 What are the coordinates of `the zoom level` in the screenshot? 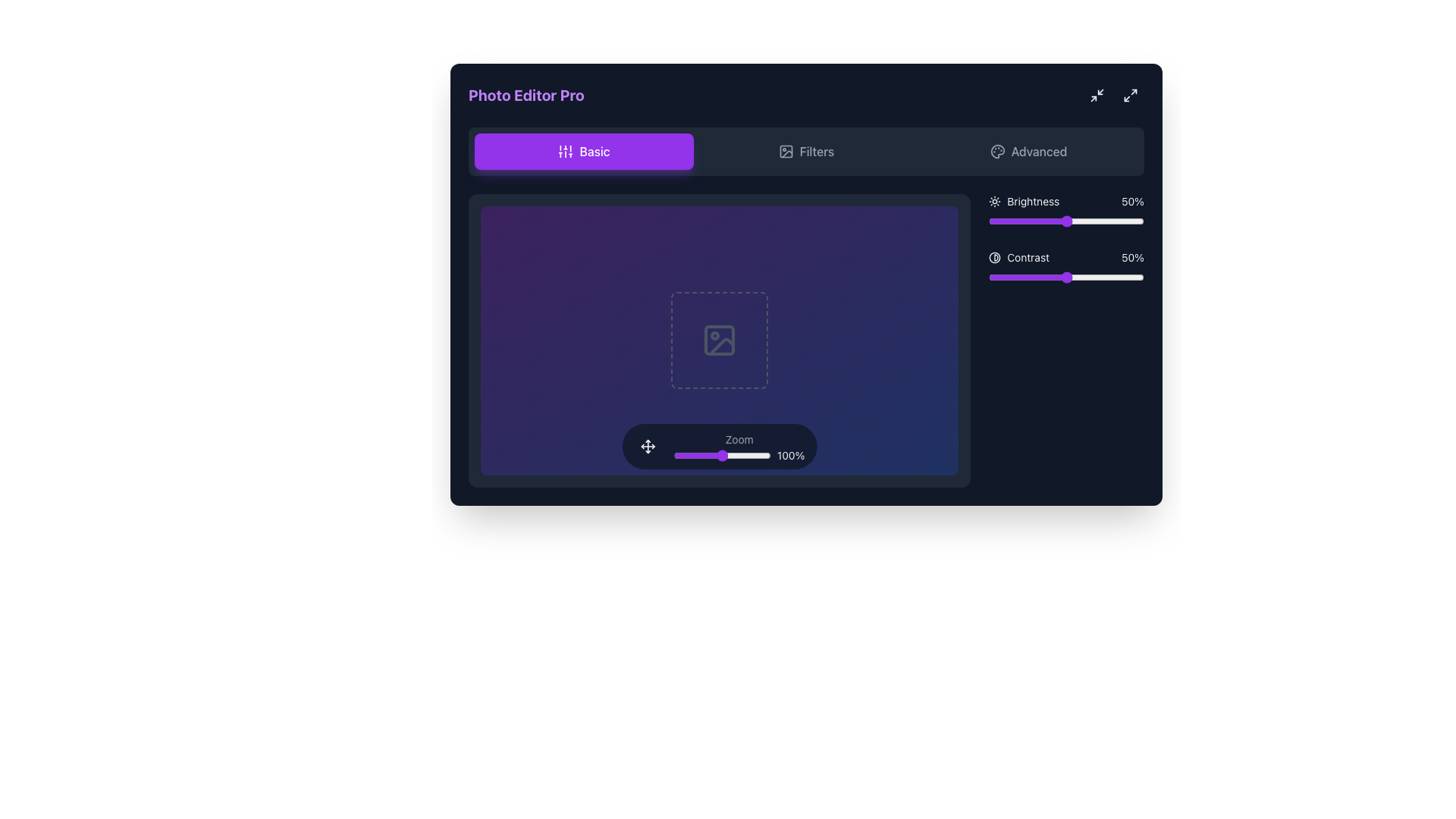 It's located at (679, 454).